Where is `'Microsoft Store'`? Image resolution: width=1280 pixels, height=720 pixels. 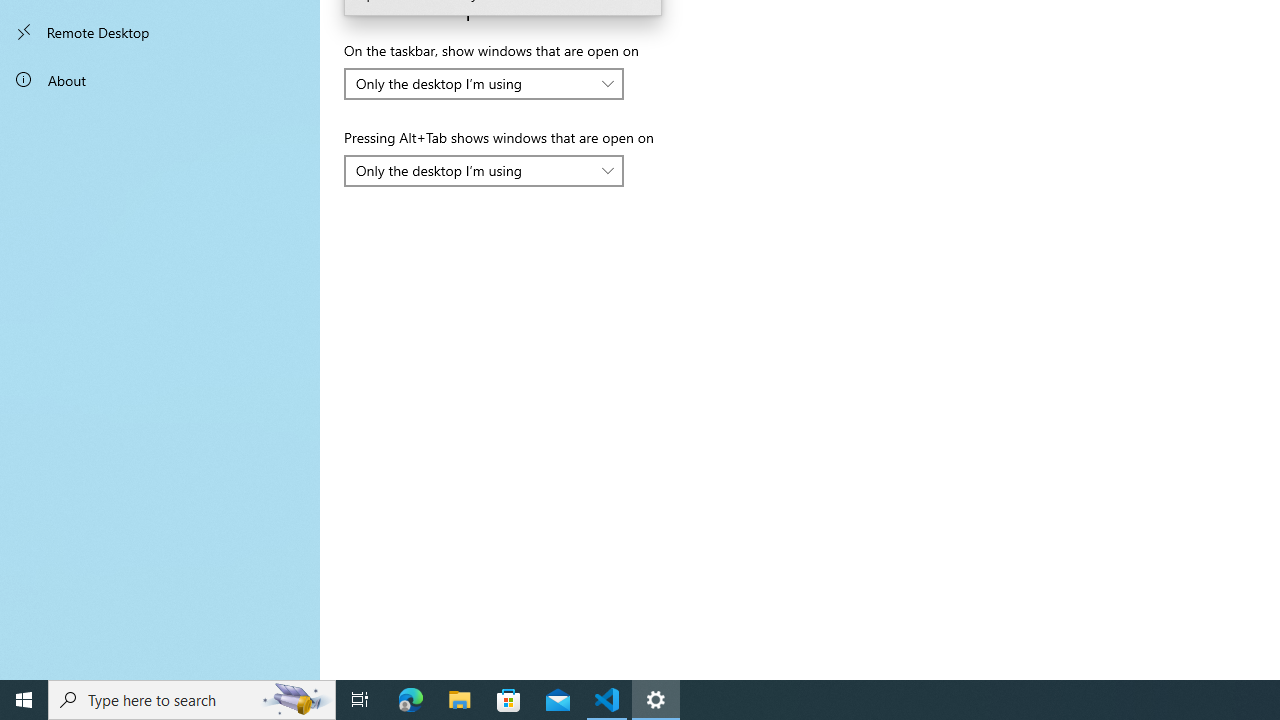
'Microsoft Store' is located at coordinates (509, 698).